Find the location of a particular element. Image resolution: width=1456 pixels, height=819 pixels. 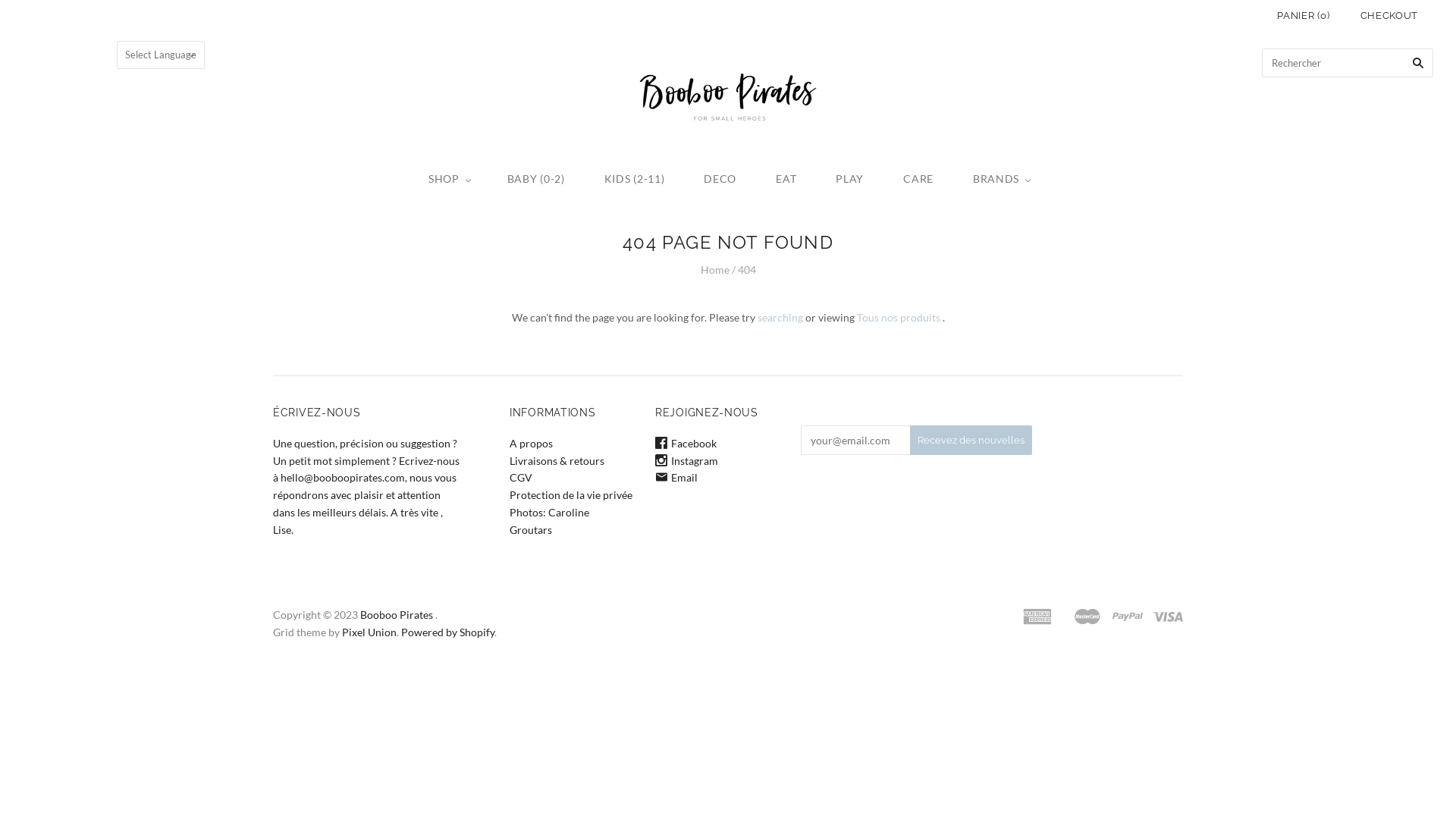

'CHECKOUT' is located at coordinates (1345, 15).